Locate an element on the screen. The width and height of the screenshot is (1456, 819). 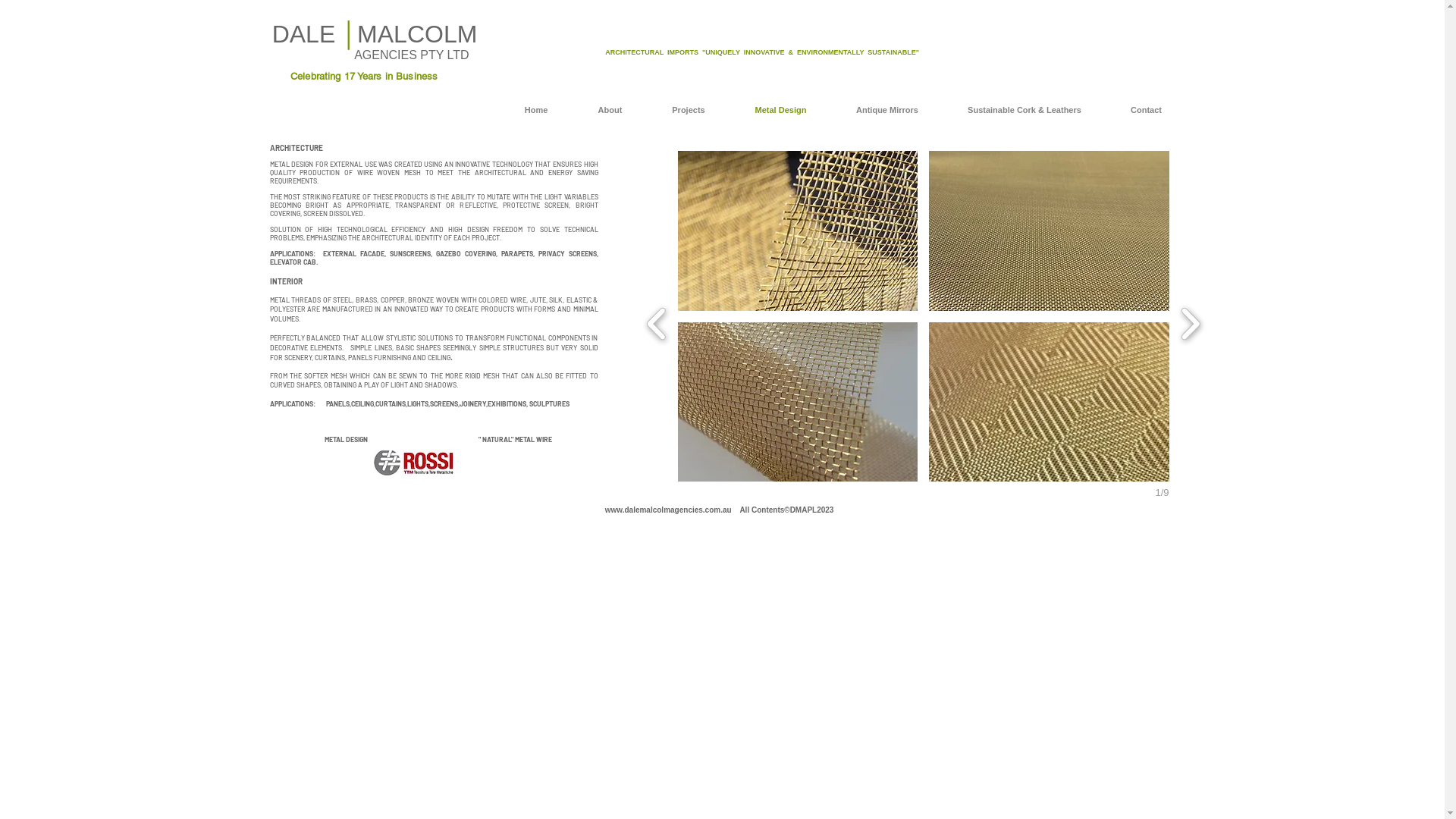
'Projects' is located at coordinates (688, 109).